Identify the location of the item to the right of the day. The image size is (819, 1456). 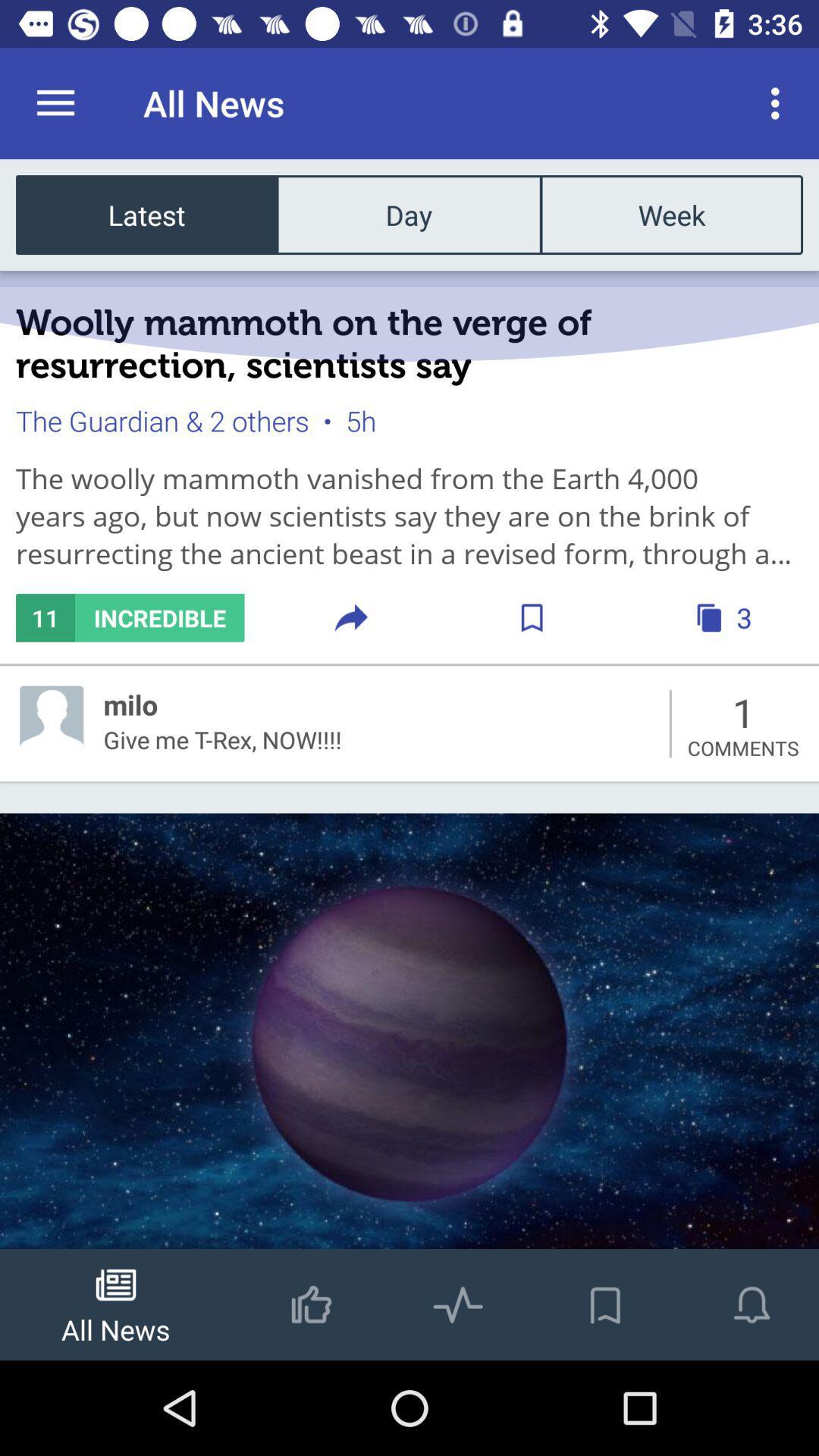
(670, 214).